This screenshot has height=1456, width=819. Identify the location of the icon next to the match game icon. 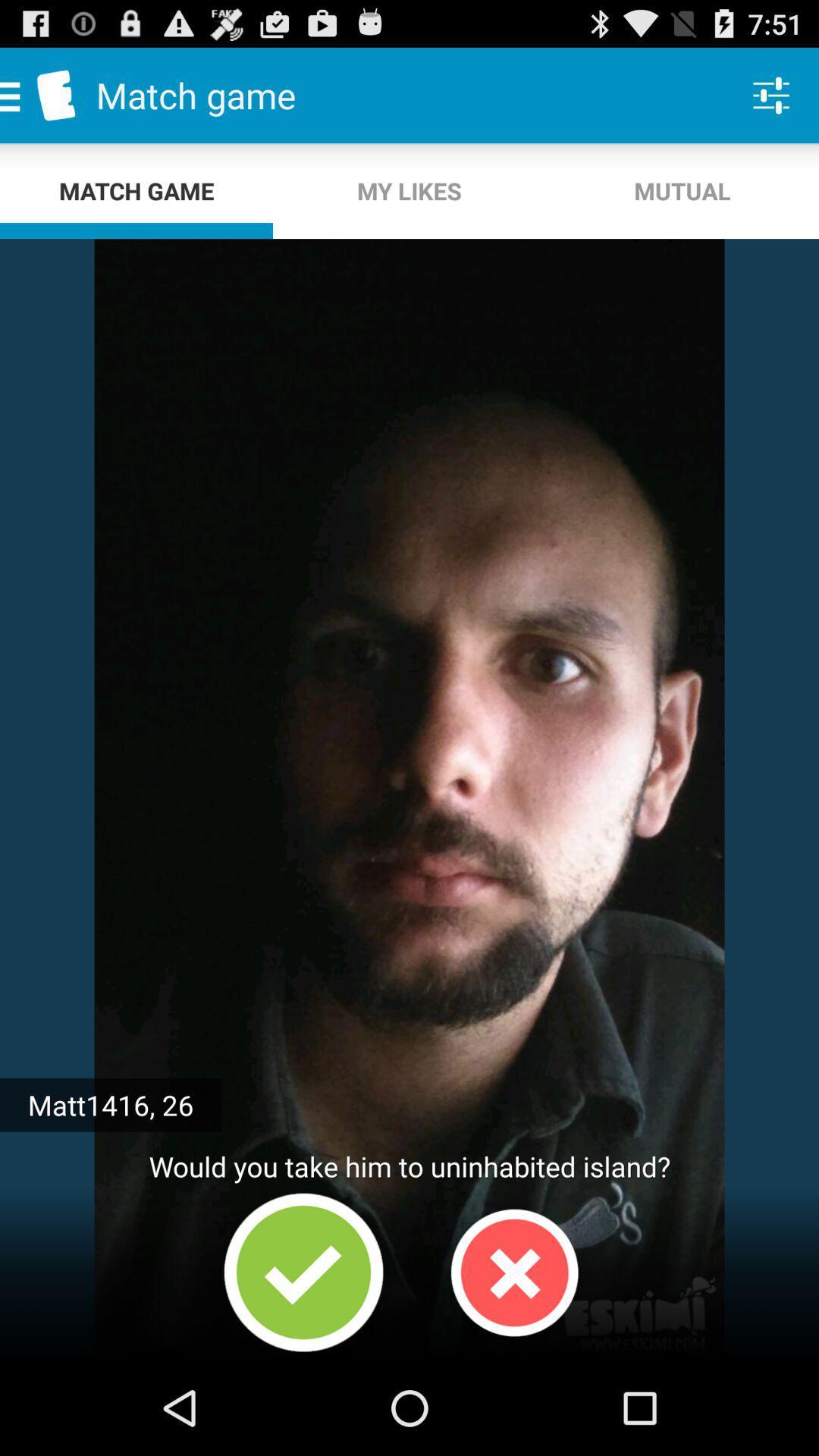
(409, 190).